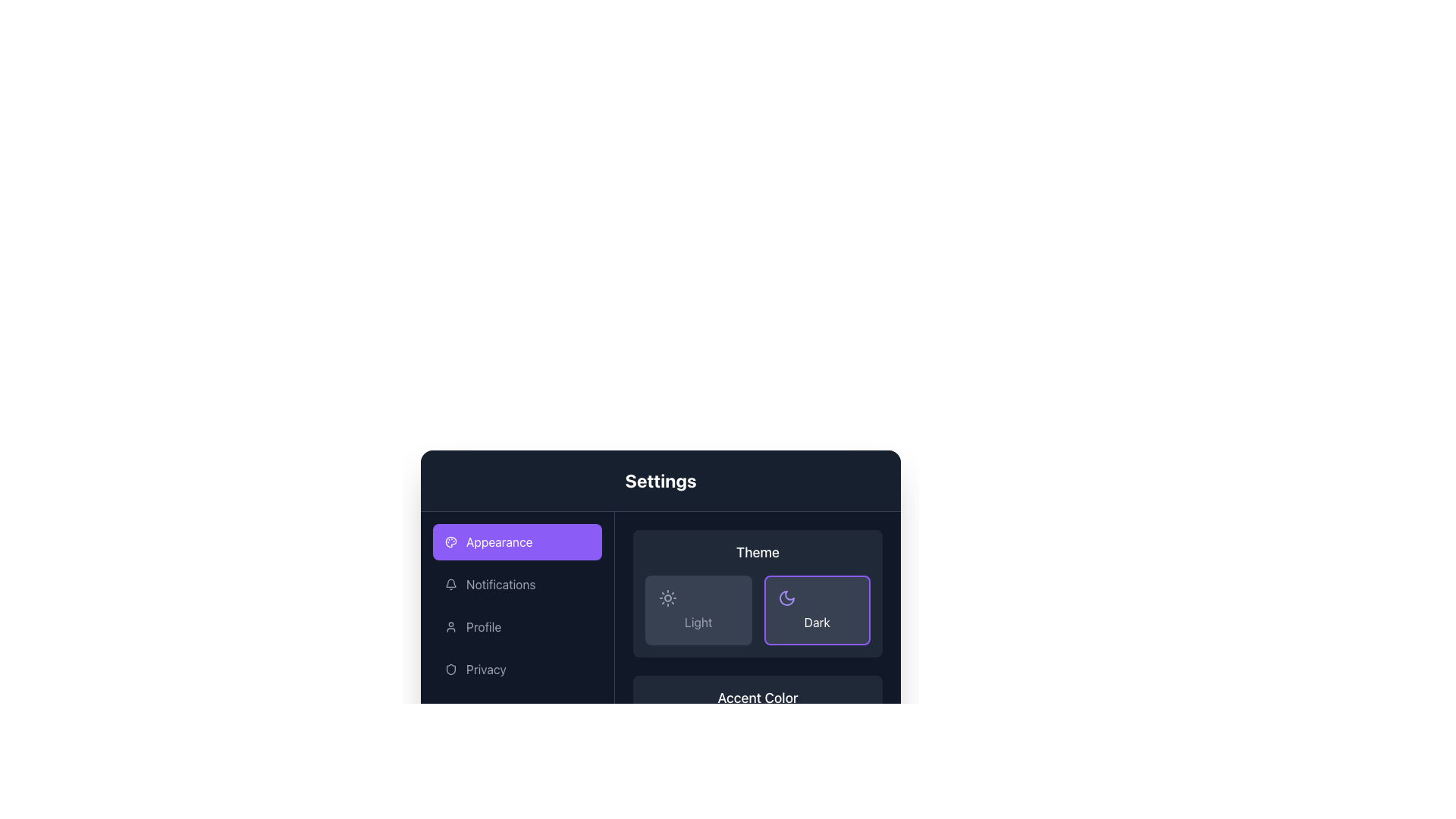 This screenshot has width=1456, height=819. I want to click on the gray bell icon located before the 'Notifications' text in the vertical sidebar, so click(450, 584).